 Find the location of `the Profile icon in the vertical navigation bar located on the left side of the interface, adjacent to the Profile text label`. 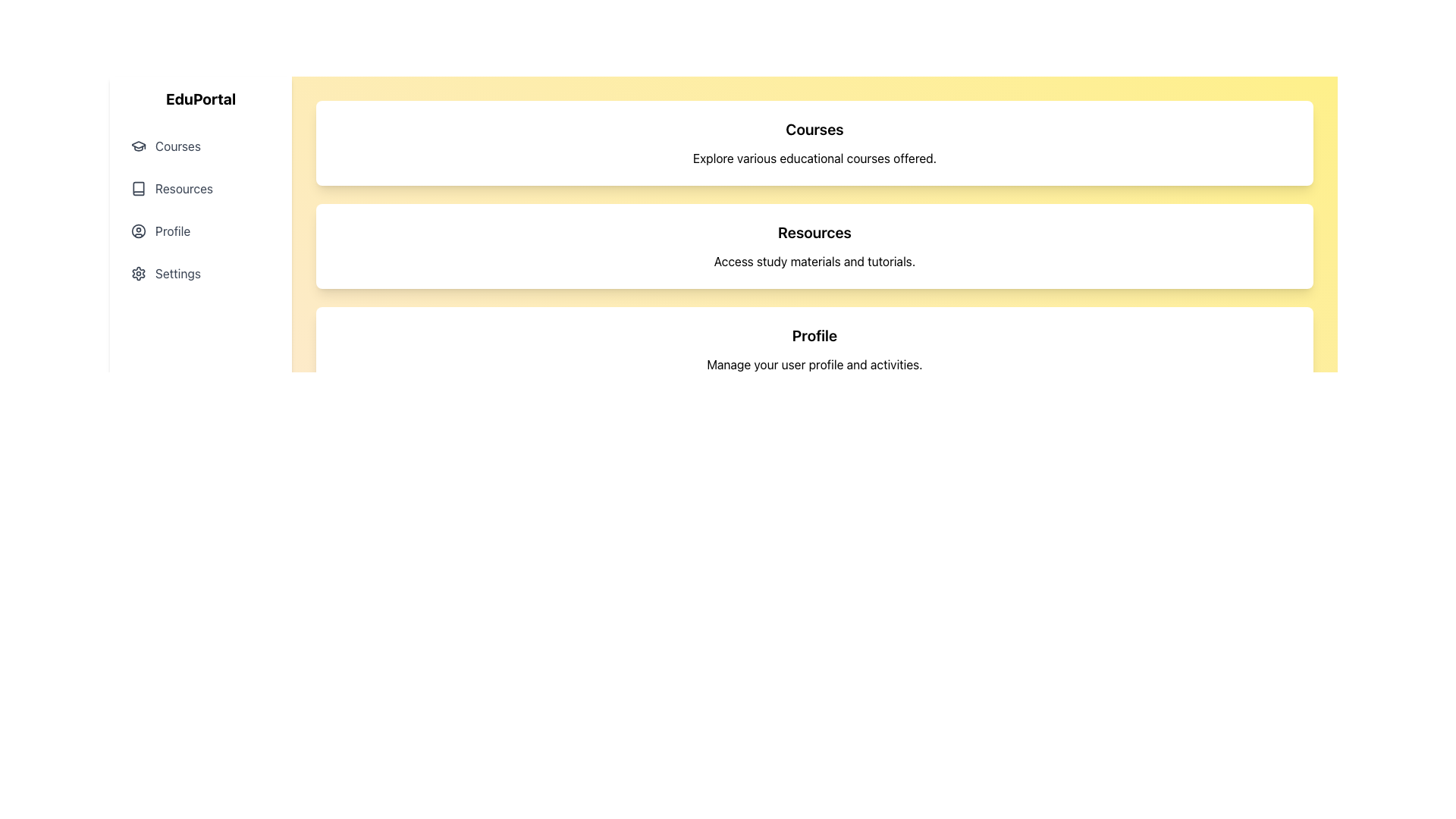

the Profile icon in the vertical navigation bar located on the left side of the interface, adjacent to the Profile text label is located at coordinates (138, 231).